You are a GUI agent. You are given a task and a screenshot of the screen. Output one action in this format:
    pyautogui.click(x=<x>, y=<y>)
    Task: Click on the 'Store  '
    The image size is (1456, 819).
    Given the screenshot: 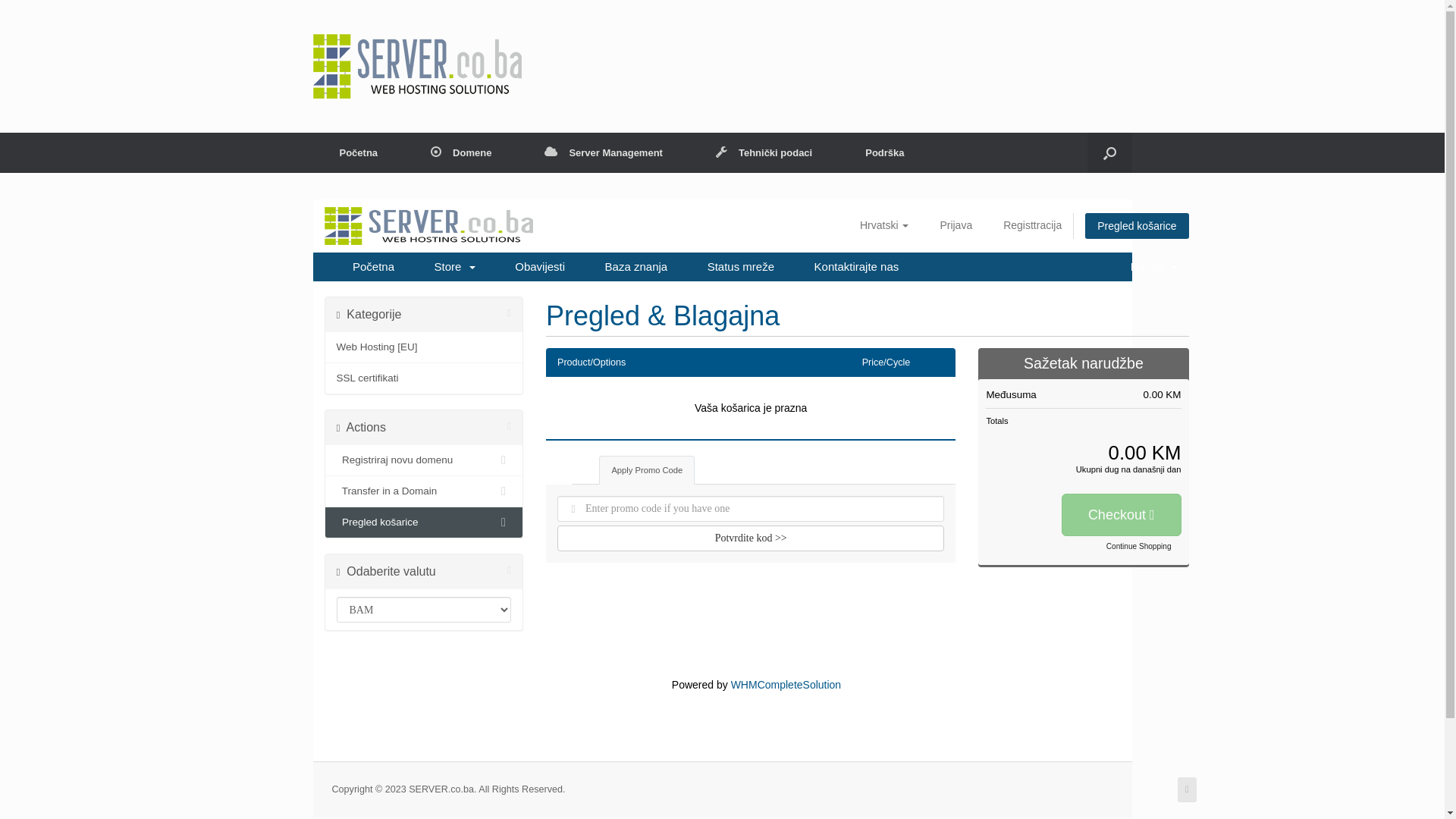 What is the action you would take?
    pyautogui.click(x=454, y=265)
    